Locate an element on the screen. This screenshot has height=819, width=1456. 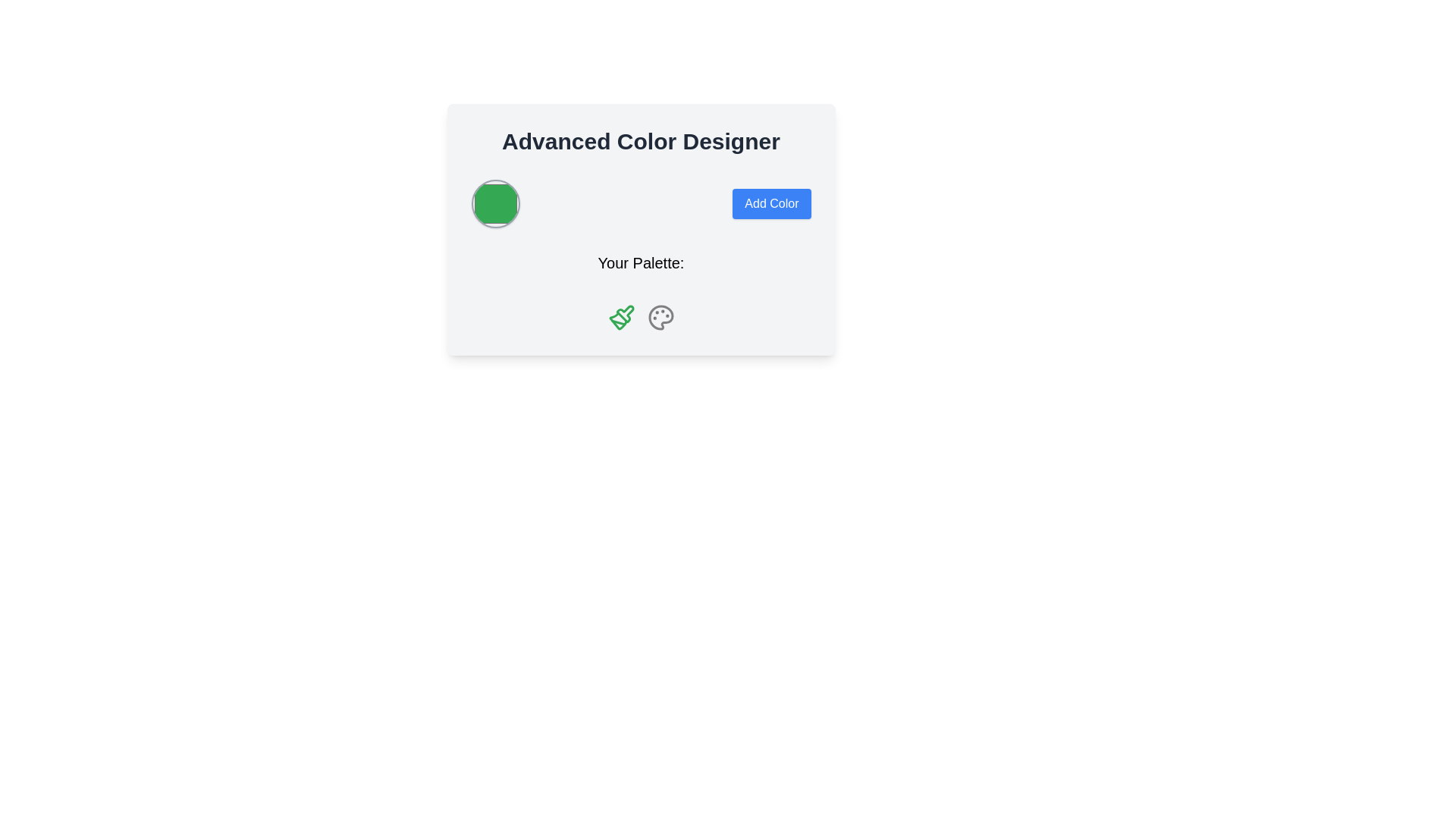
the second icon under the 'Your Palette' section to interact with the color-related tools is located at coordinates (625, 312).